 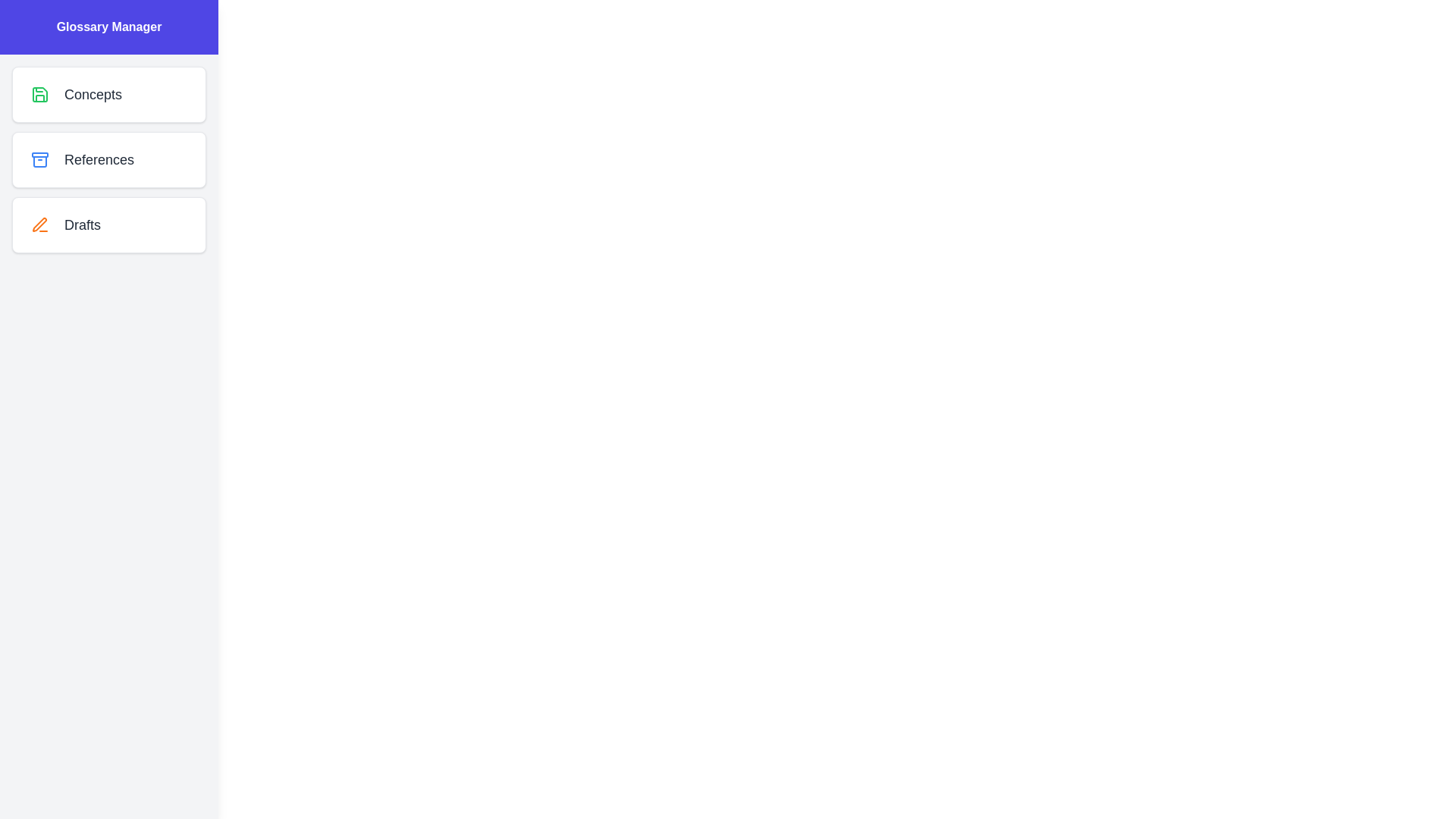 What do you see at coordinates (108, 94) in the screenshot?
I see `the list item corresponding to the category Concepts` at bounding box center [108, 94].